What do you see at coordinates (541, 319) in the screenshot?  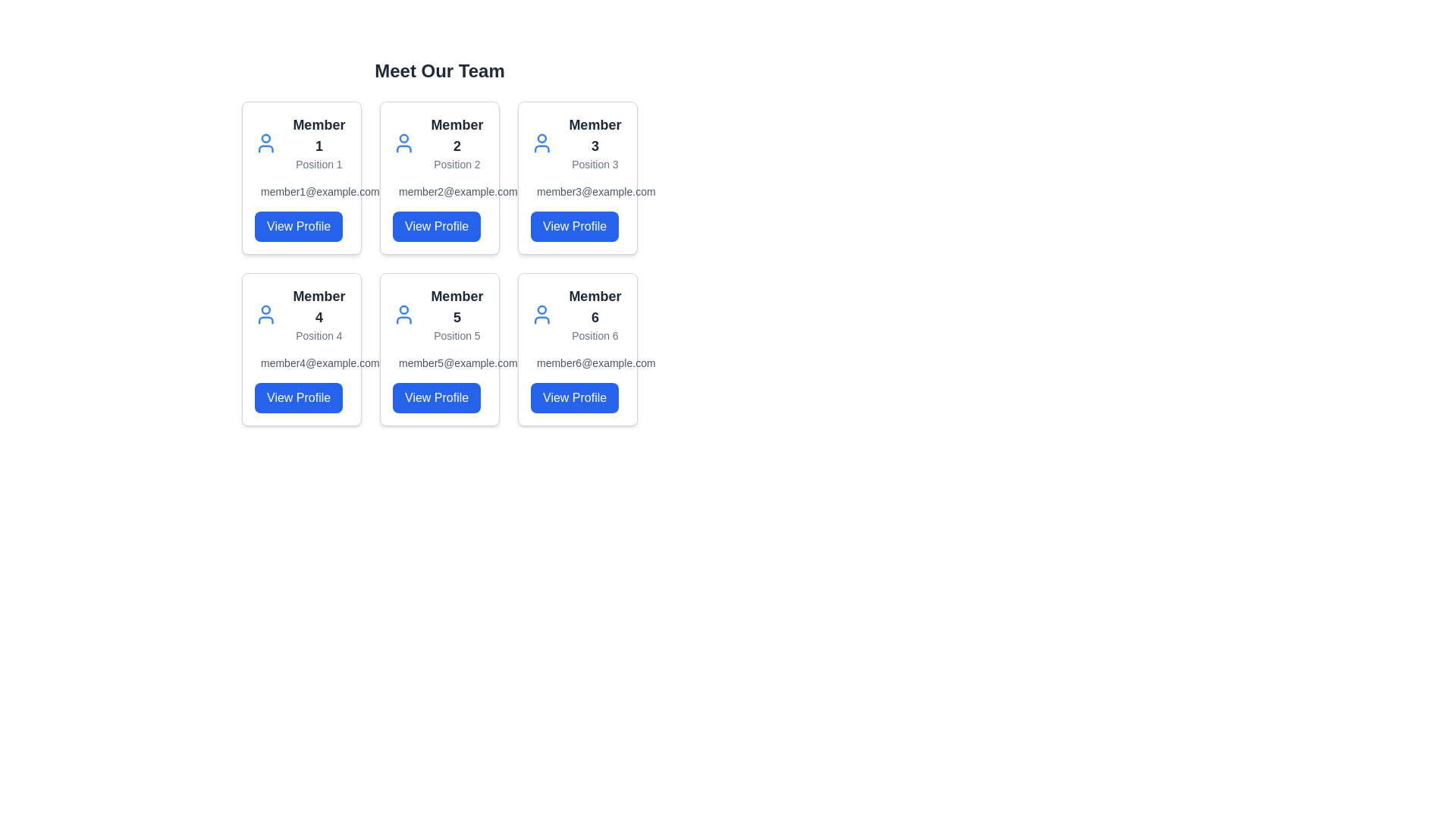 I see `the vector graphic representing the user profile icon located in the lower portion of the 'Member 6' card` at bounding box center [541, 319].